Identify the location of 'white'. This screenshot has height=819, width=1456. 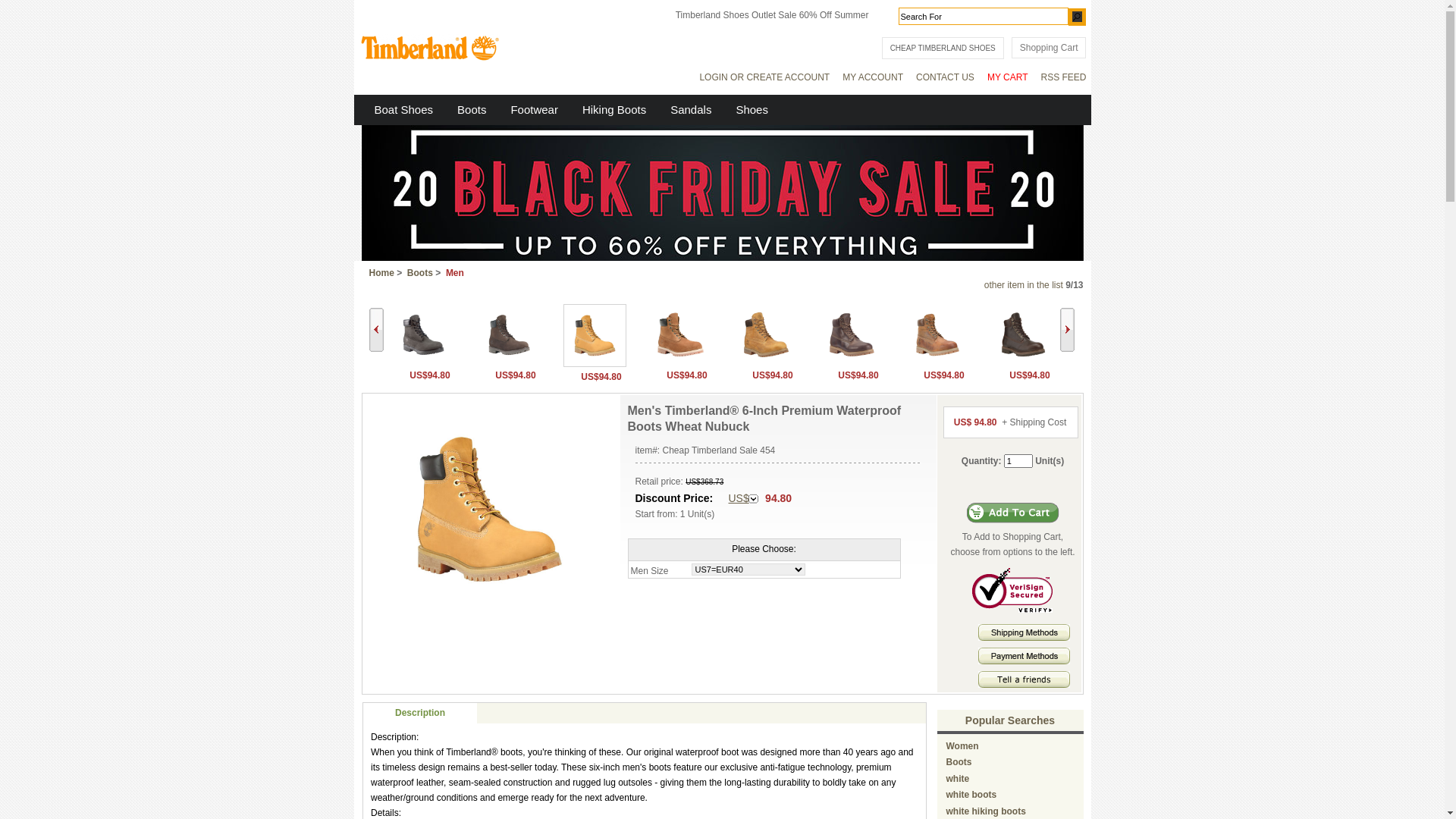
(957, 778).